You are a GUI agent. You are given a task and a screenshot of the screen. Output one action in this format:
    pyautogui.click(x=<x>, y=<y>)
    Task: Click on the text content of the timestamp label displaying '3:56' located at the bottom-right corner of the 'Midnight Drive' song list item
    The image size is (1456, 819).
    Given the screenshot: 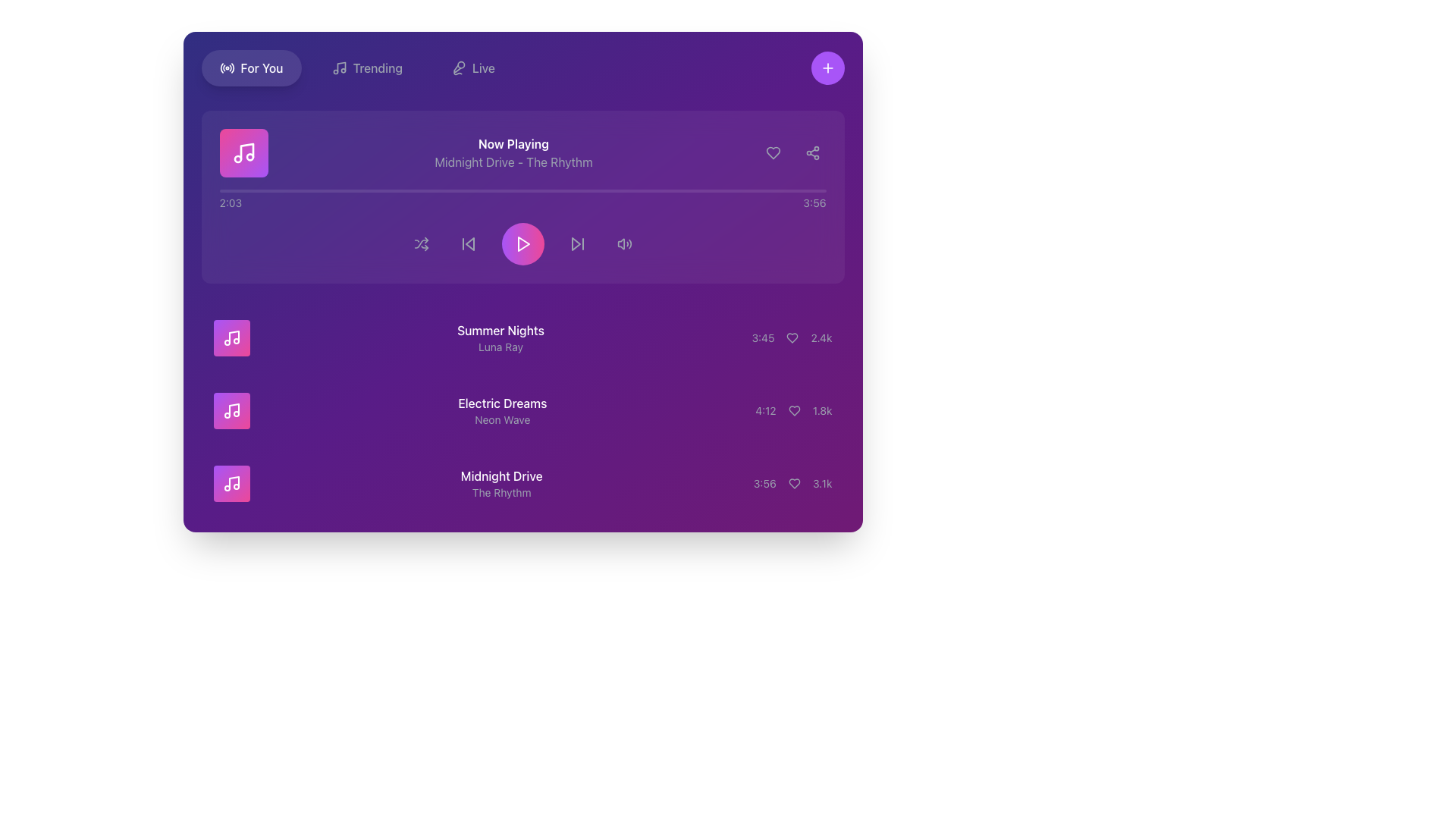 What is the action you would take?
    pyautogui.click(x=764, y=483)
    